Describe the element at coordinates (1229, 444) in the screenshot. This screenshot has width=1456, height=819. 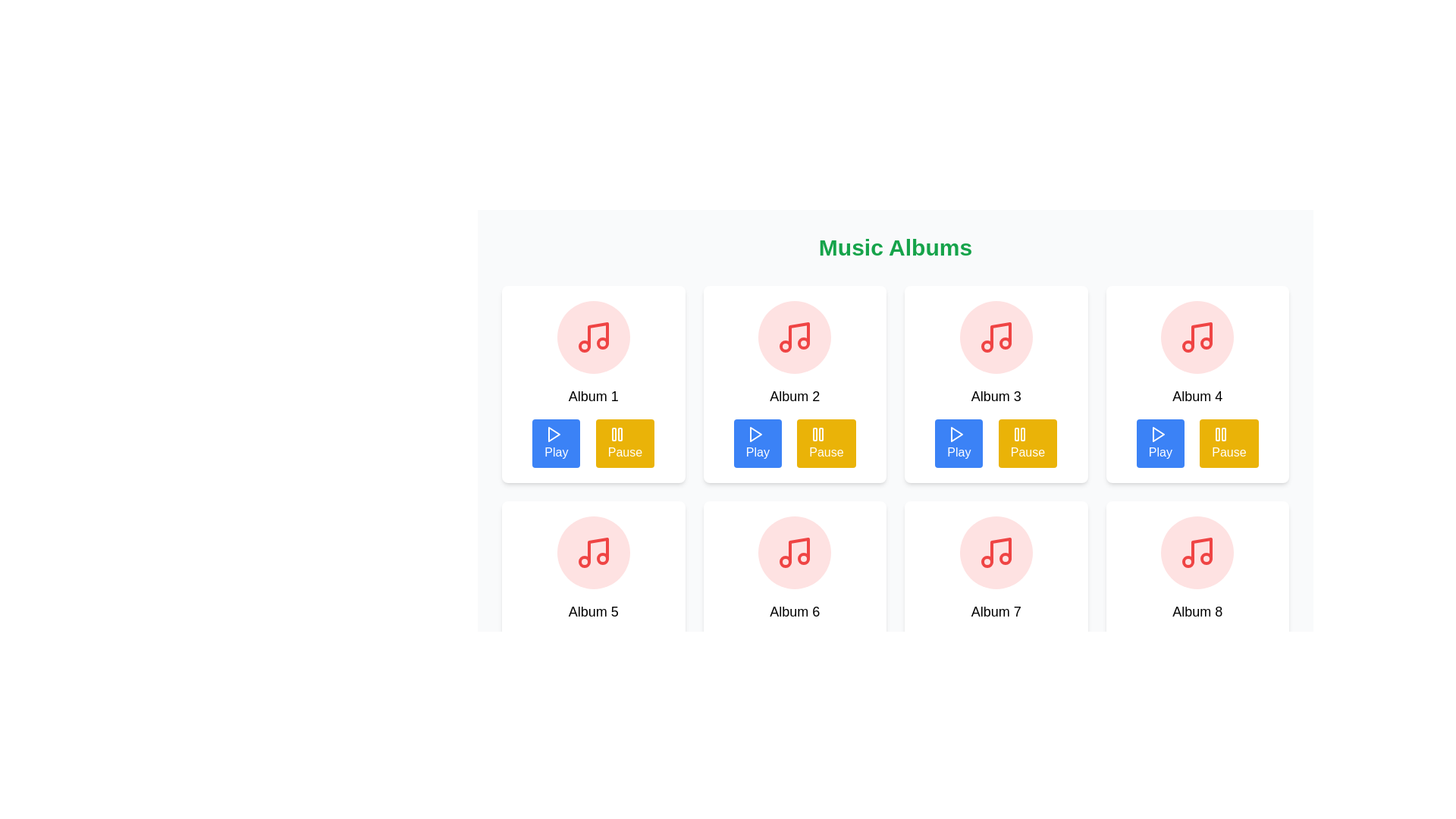
I see `the yellow rectangular 'Pause' button with rounded corners and white text, located beneath album 4 in the music album grid` at that location.